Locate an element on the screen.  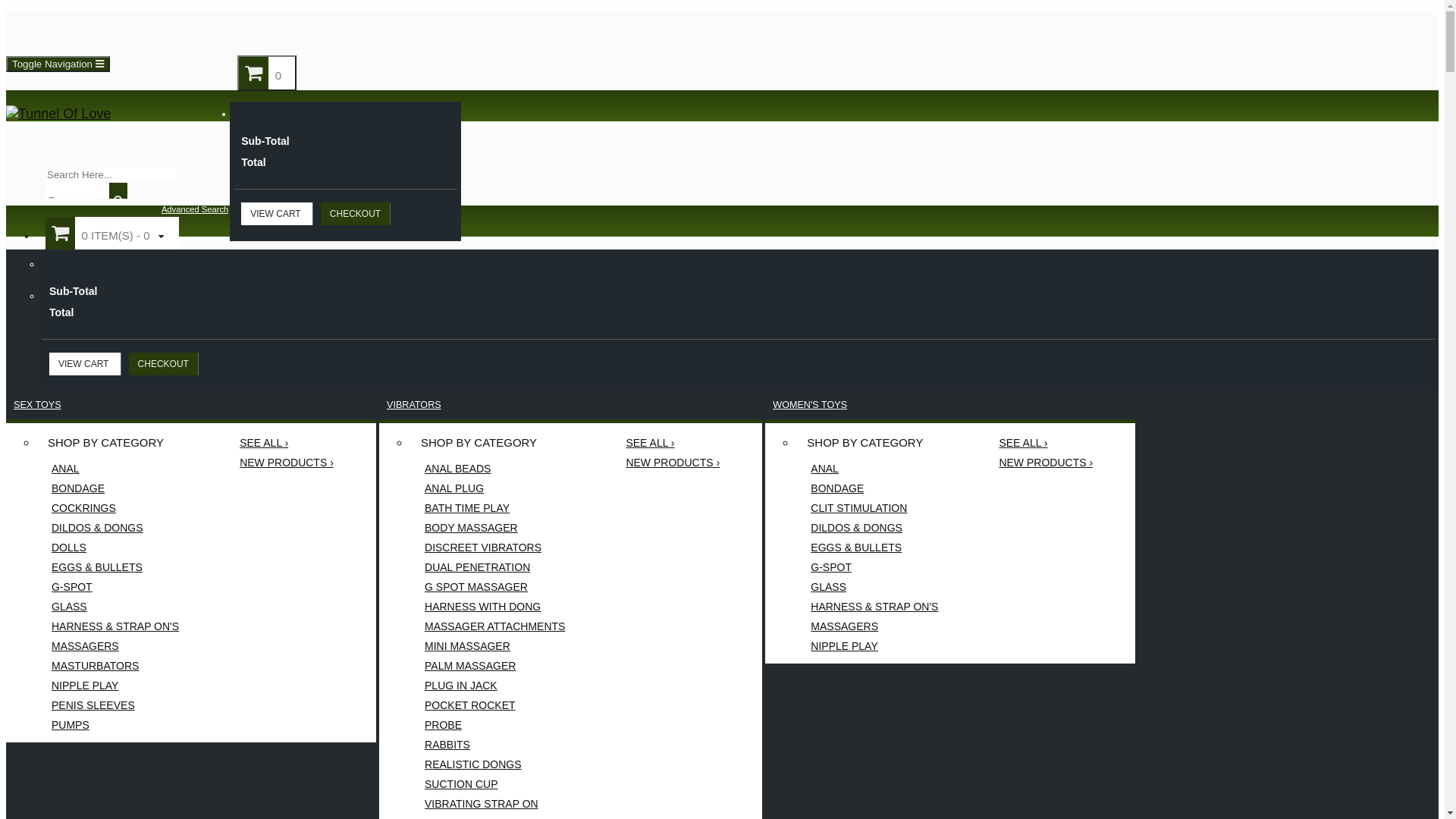
'MASSAGERS' is located at coordinates (795, 626).